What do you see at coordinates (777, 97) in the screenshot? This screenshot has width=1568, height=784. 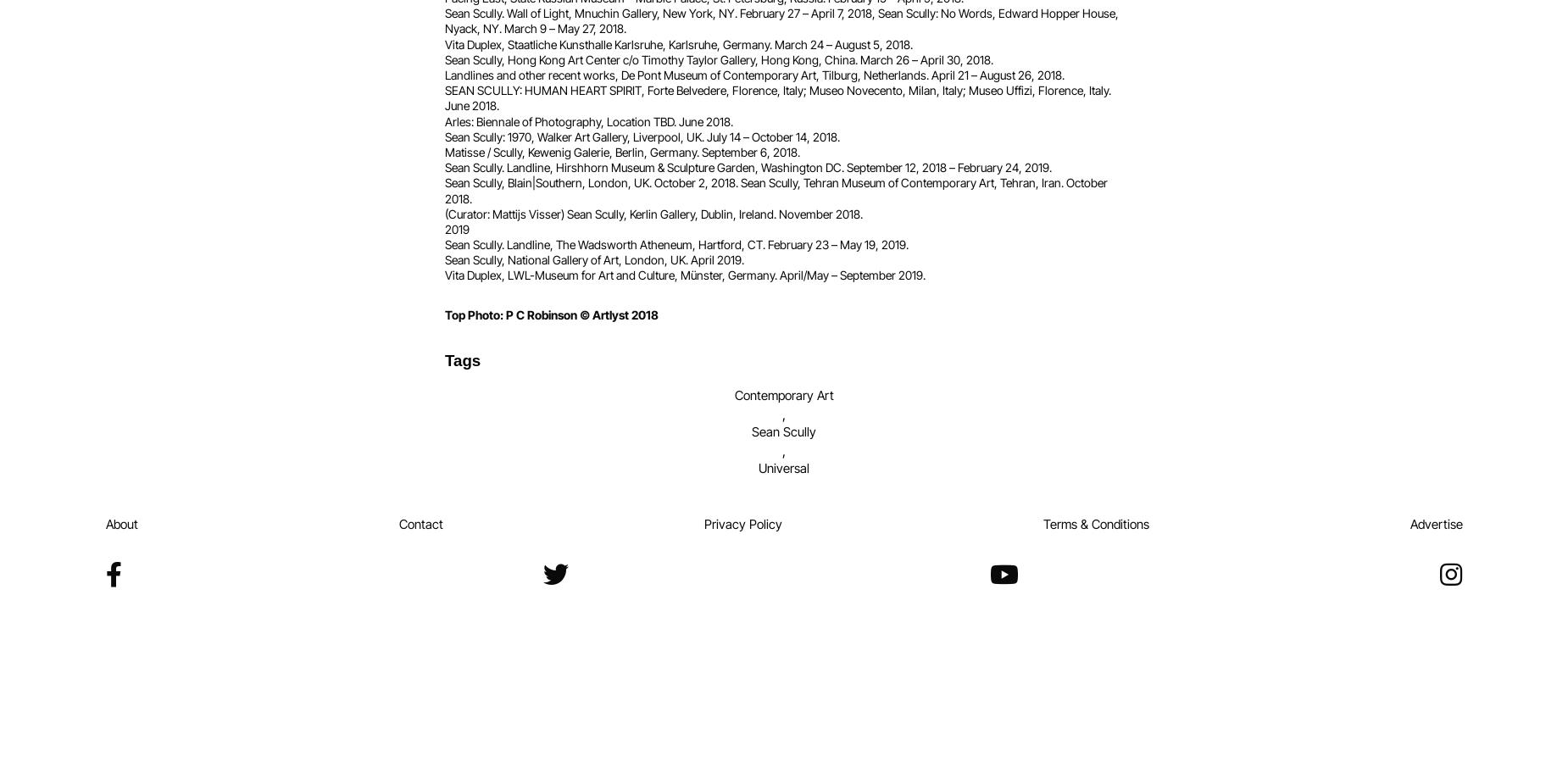 I see `'SEAN SCULLY: HUMAN HEART SPIRIT, Forte Belvedere, Florence, Italy; Museo Novecento, Milan, Italy; Museo Uffizi, Florence, Italy. June 2018.'` at bounding box center [777, 97].